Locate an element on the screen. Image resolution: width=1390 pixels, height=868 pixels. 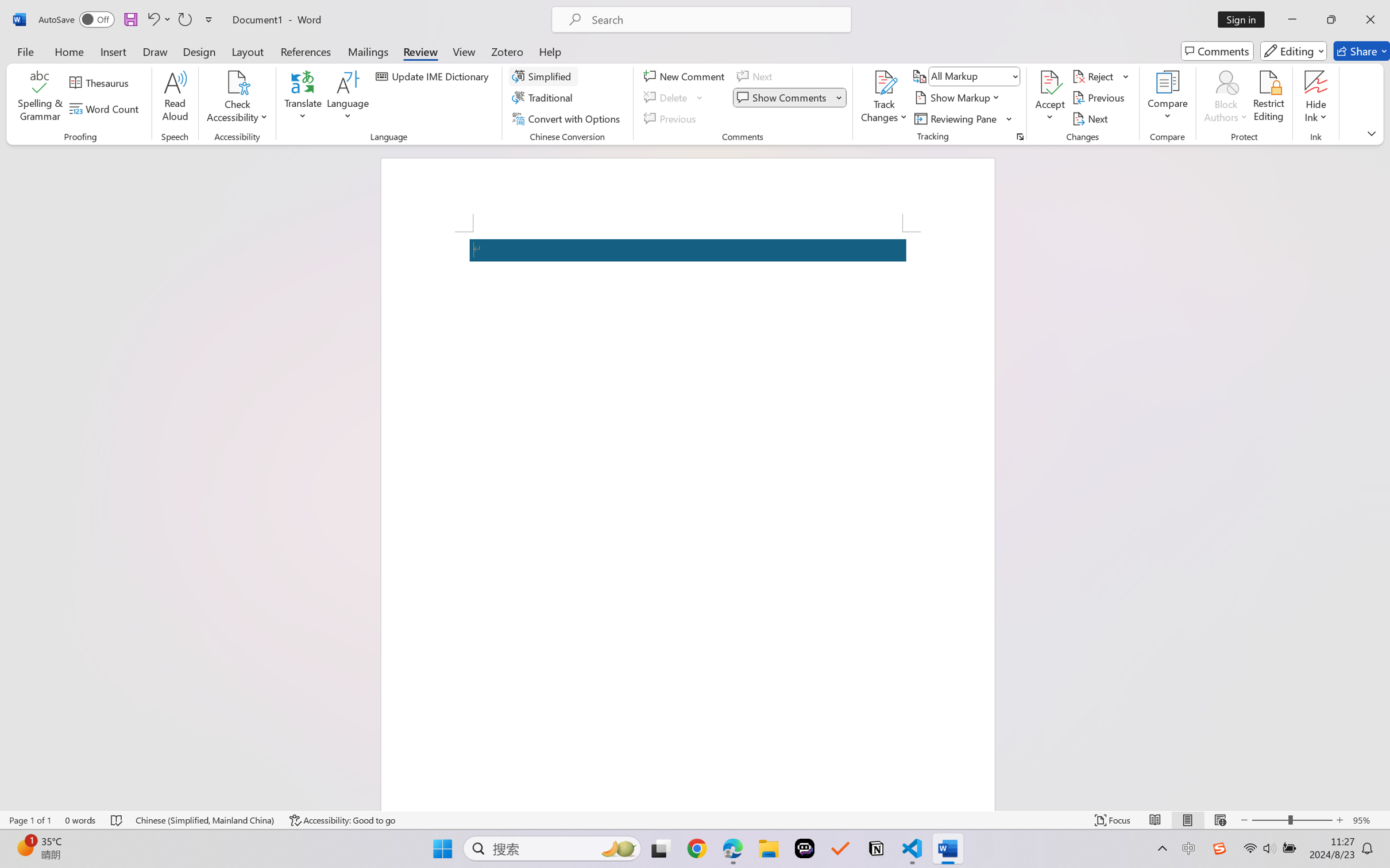
'Reviewing Pane' is located at coordinates (963, 119).